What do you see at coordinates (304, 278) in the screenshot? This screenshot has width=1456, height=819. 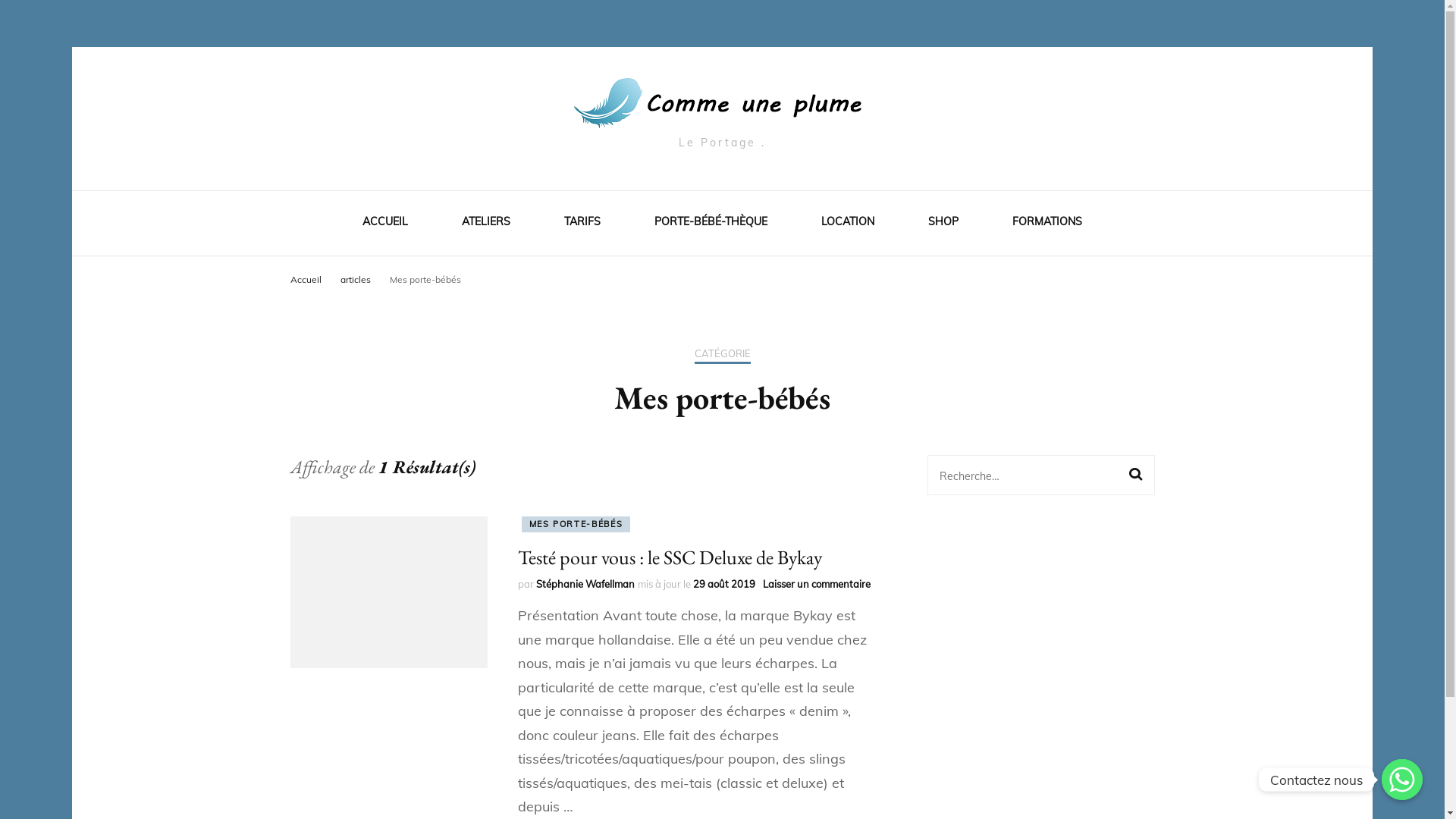 I see `'Accueil'` at bounding box center [304, 278].